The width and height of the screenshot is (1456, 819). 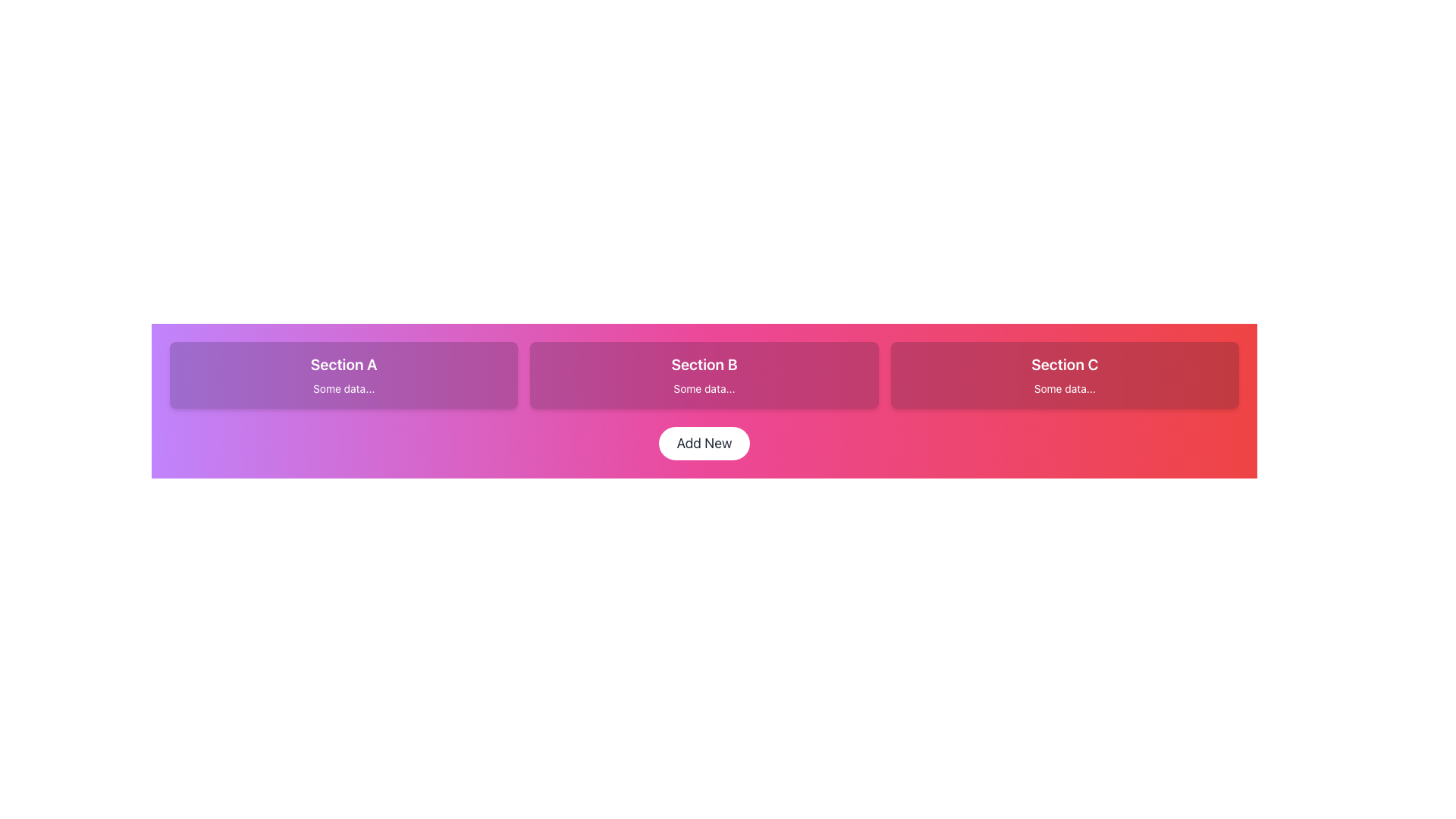 I want to click on the 'Add New' button with rounded edges, white background, and bold dark text located at the bottom of the layout beneath the sections labeled 'Section A', 'Section B', and 'Section C', so click(x=703, y=444).